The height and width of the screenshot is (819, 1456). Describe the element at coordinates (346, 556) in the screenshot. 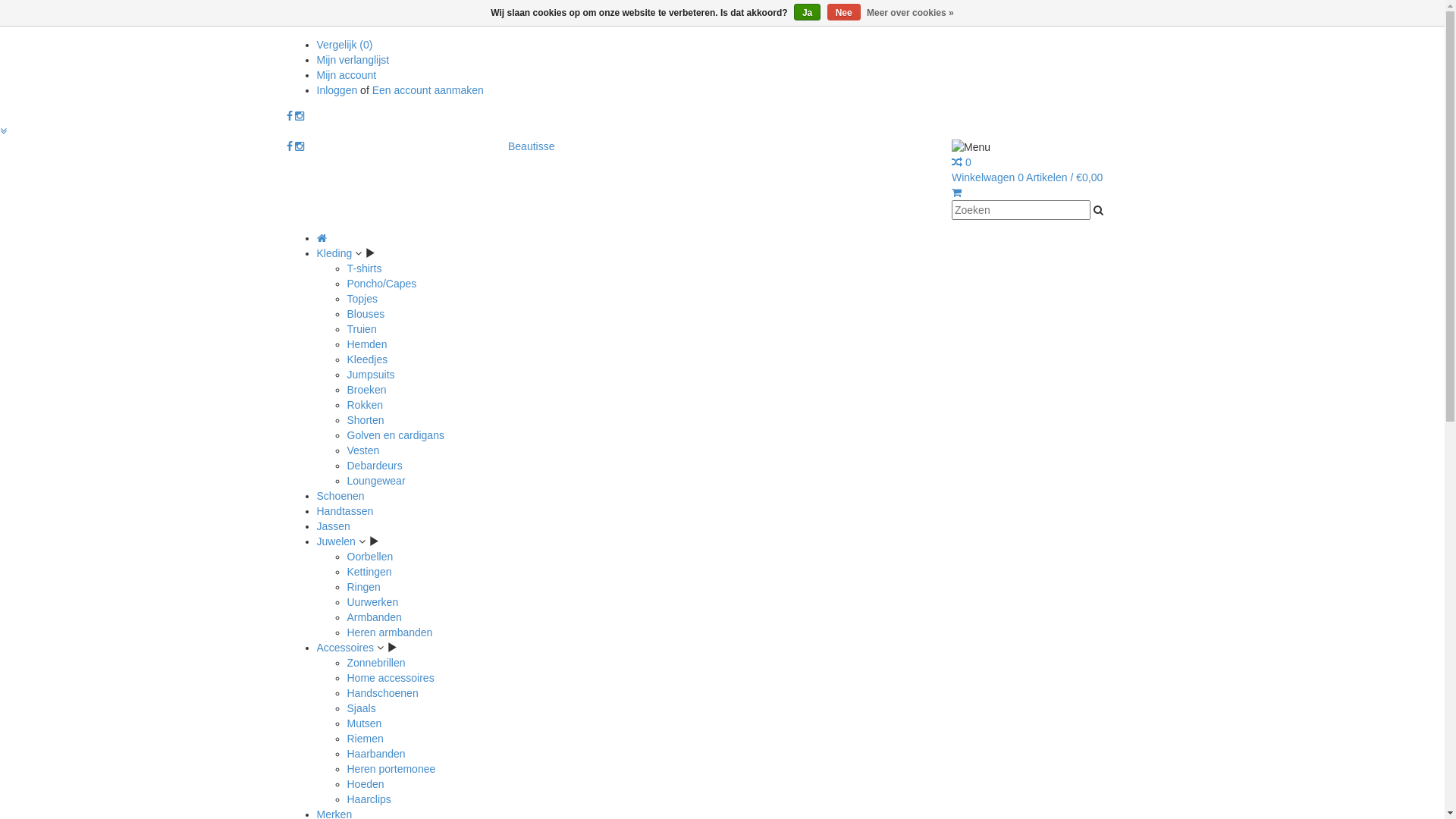

I see `'Oorbellen'` at that location.